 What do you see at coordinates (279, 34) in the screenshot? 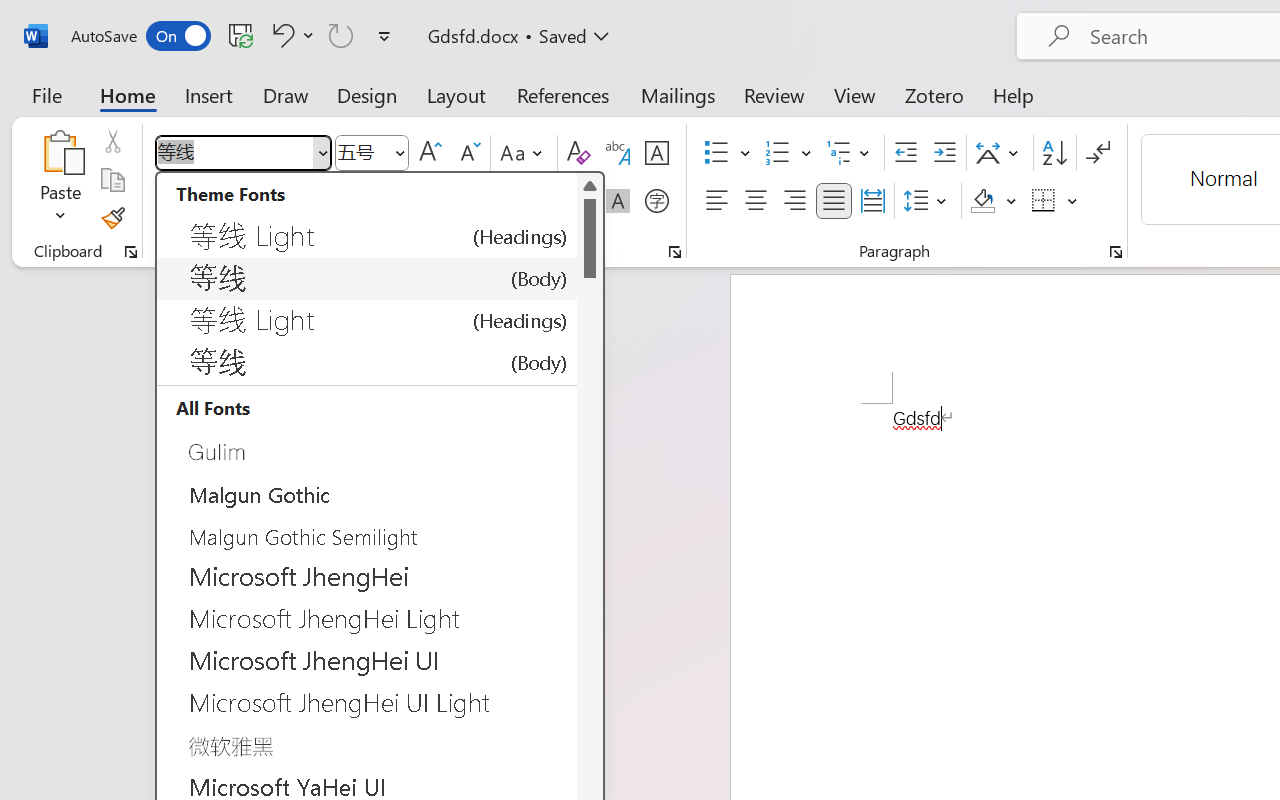
I see `'Undo Style'` at bounding box center [279, 34].